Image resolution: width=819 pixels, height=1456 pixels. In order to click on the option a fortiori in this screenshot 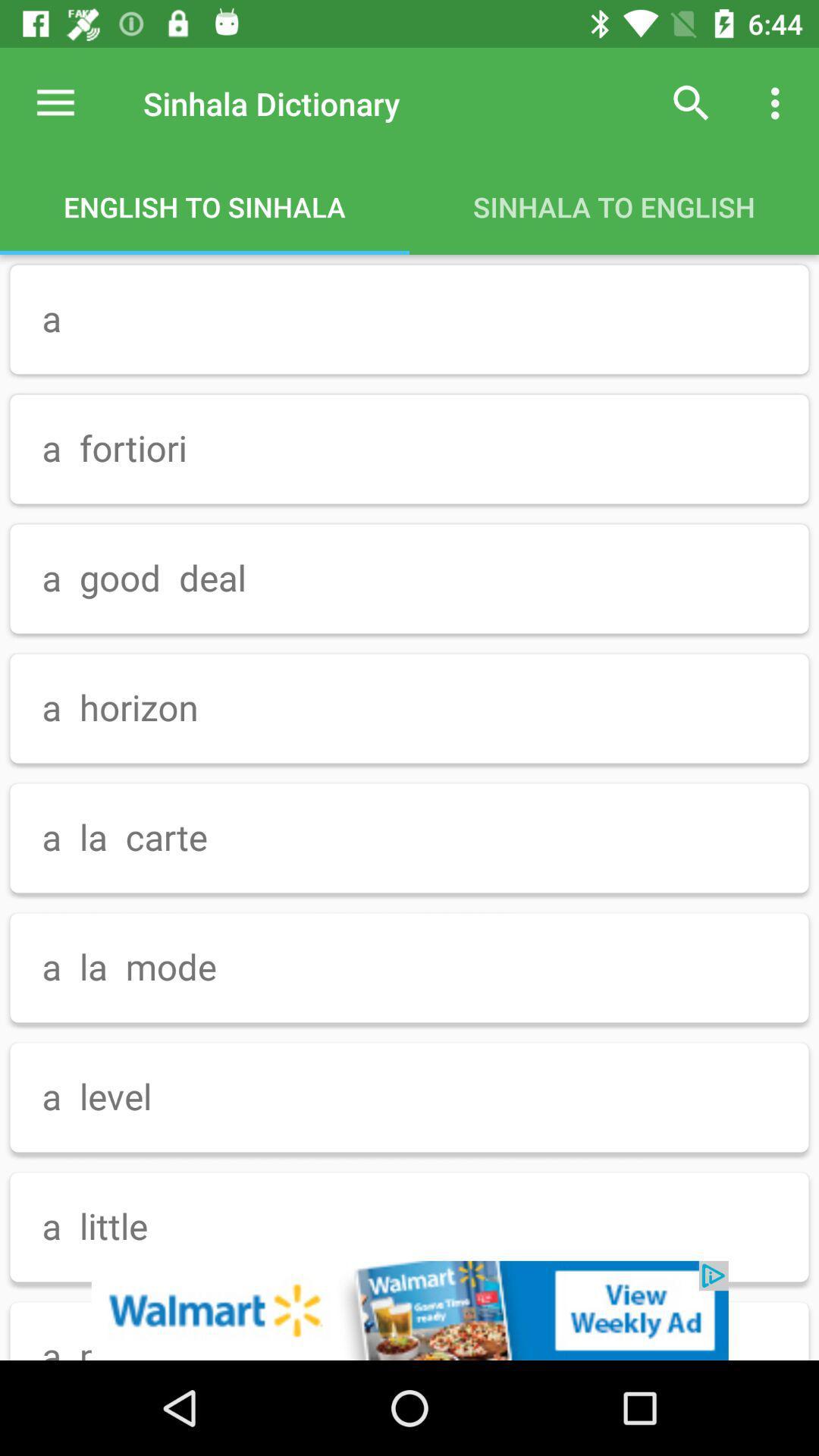, I will do `click(409, 449)`.